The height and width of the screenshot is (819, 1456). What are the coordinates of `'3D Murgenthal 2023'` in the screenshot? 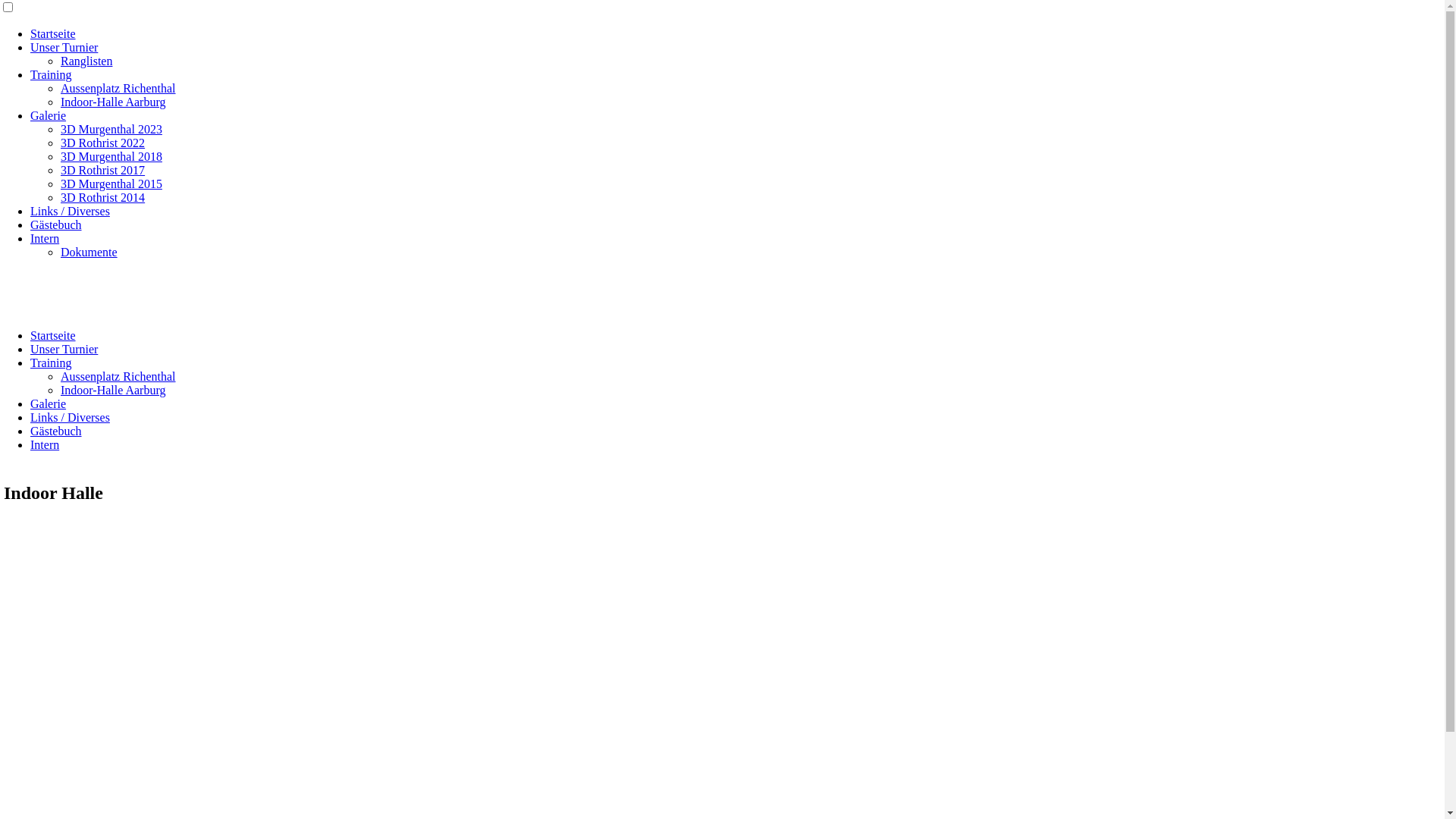 It's located at (111, 128).